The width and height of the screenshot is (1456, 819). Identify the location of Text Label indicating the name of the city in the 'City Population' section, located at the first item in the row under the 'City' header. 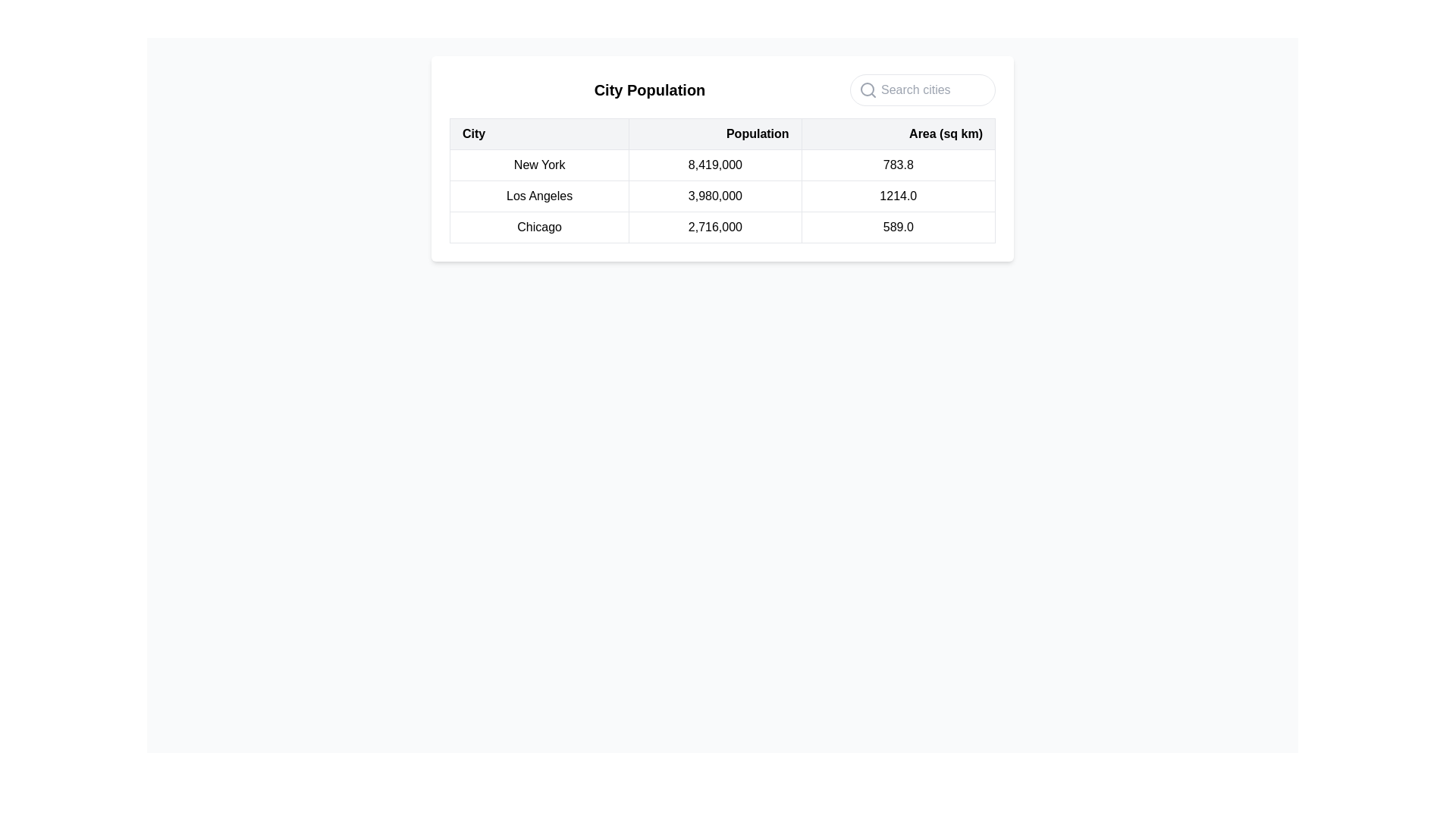
(539, 165).